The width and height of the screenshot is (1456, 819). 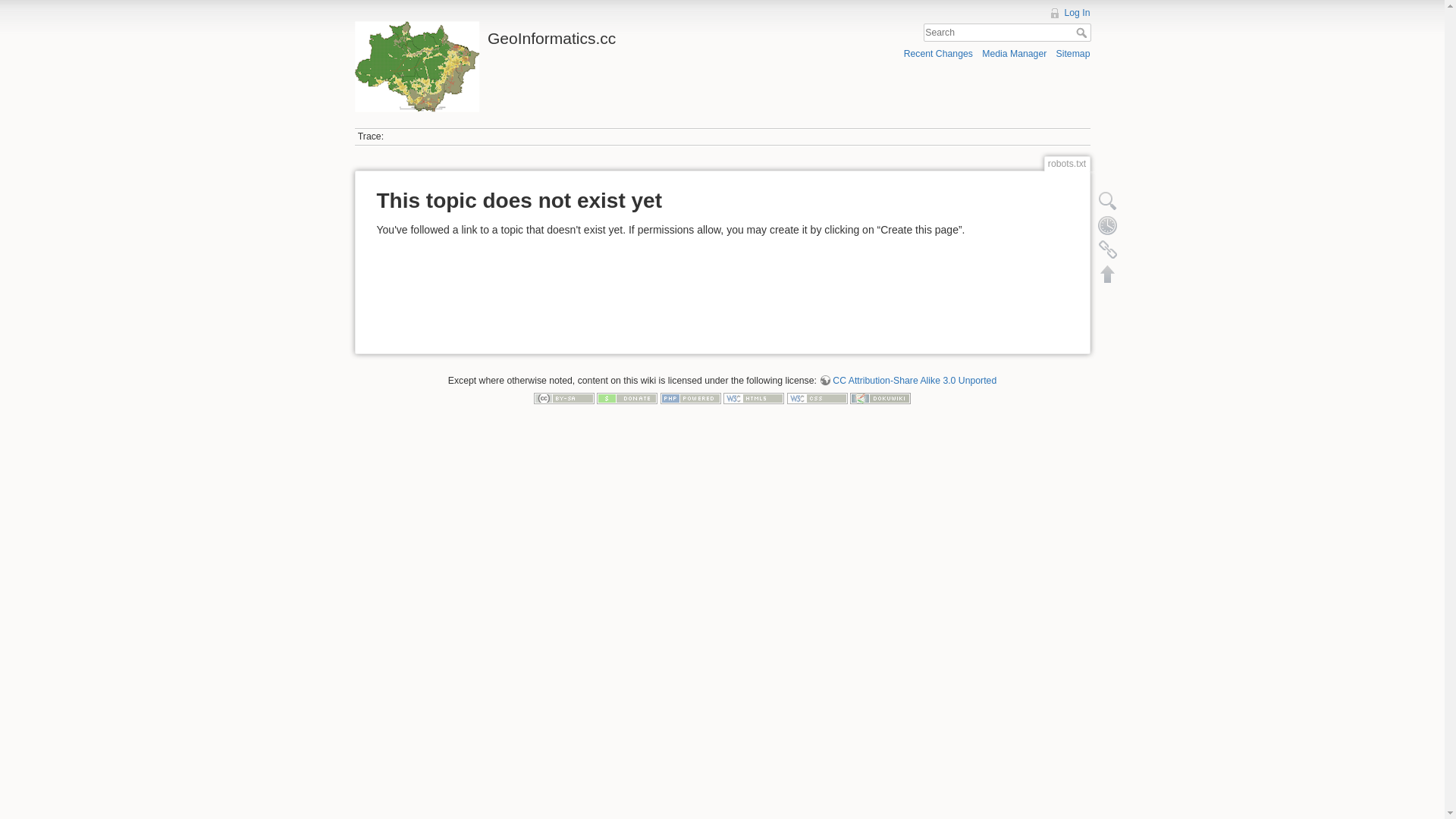 I want to click on 'Media Manager', so click(x=1014, y=52).